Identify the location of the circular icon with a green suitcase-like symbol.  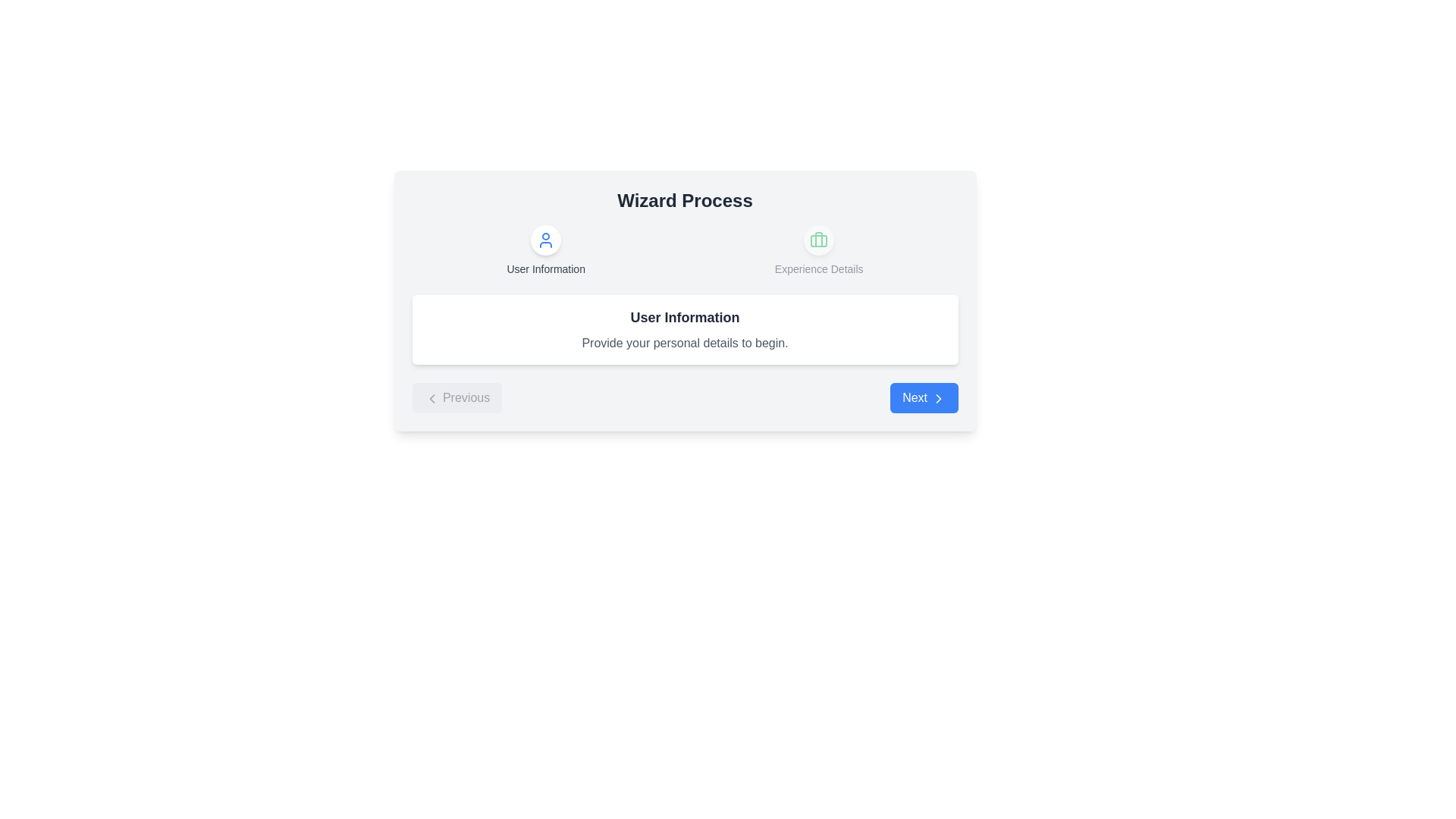
(818, 239).